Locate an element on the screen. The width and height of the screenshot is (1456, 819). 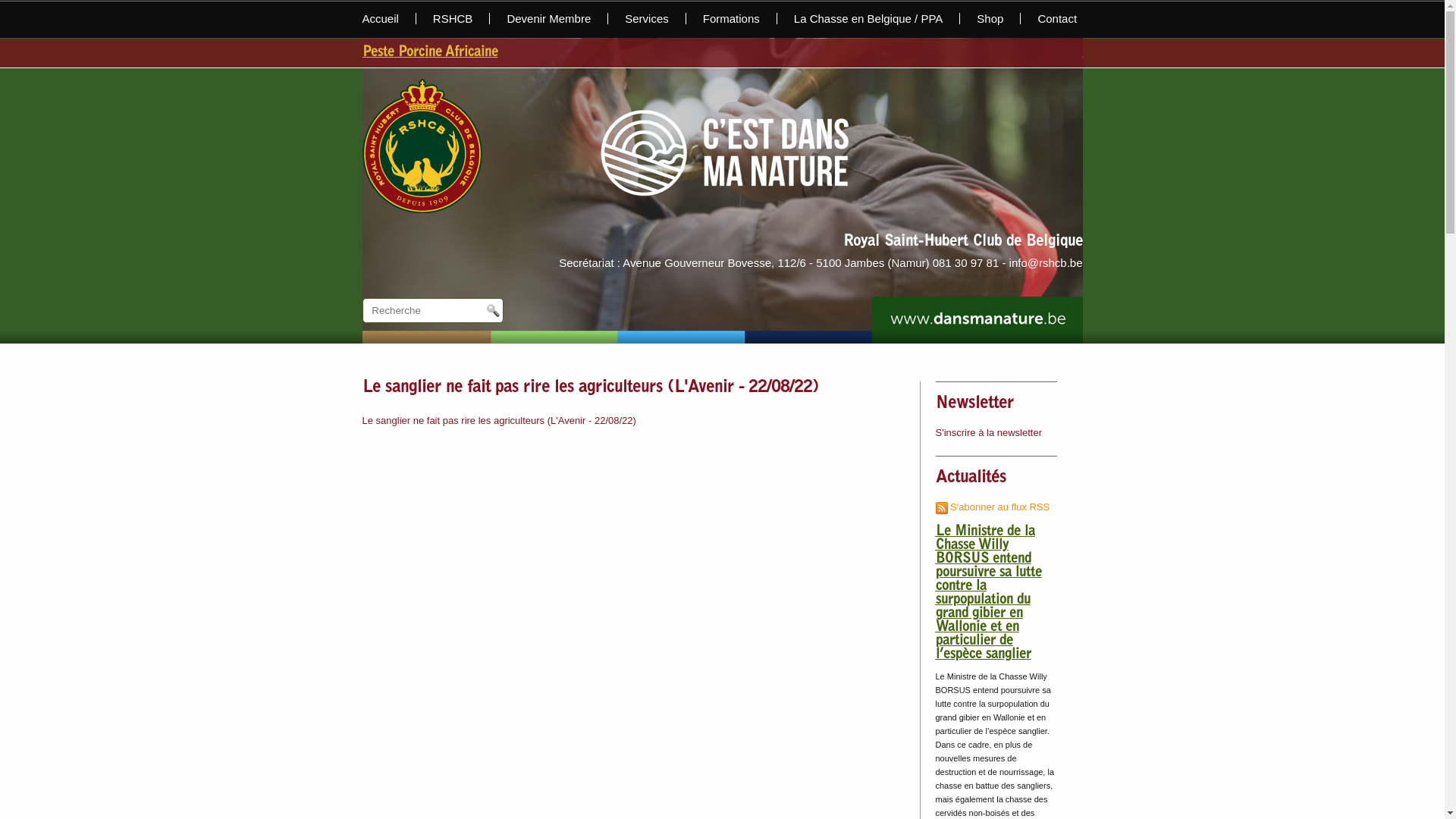
'Shop' is located at coordinates (990, 18).